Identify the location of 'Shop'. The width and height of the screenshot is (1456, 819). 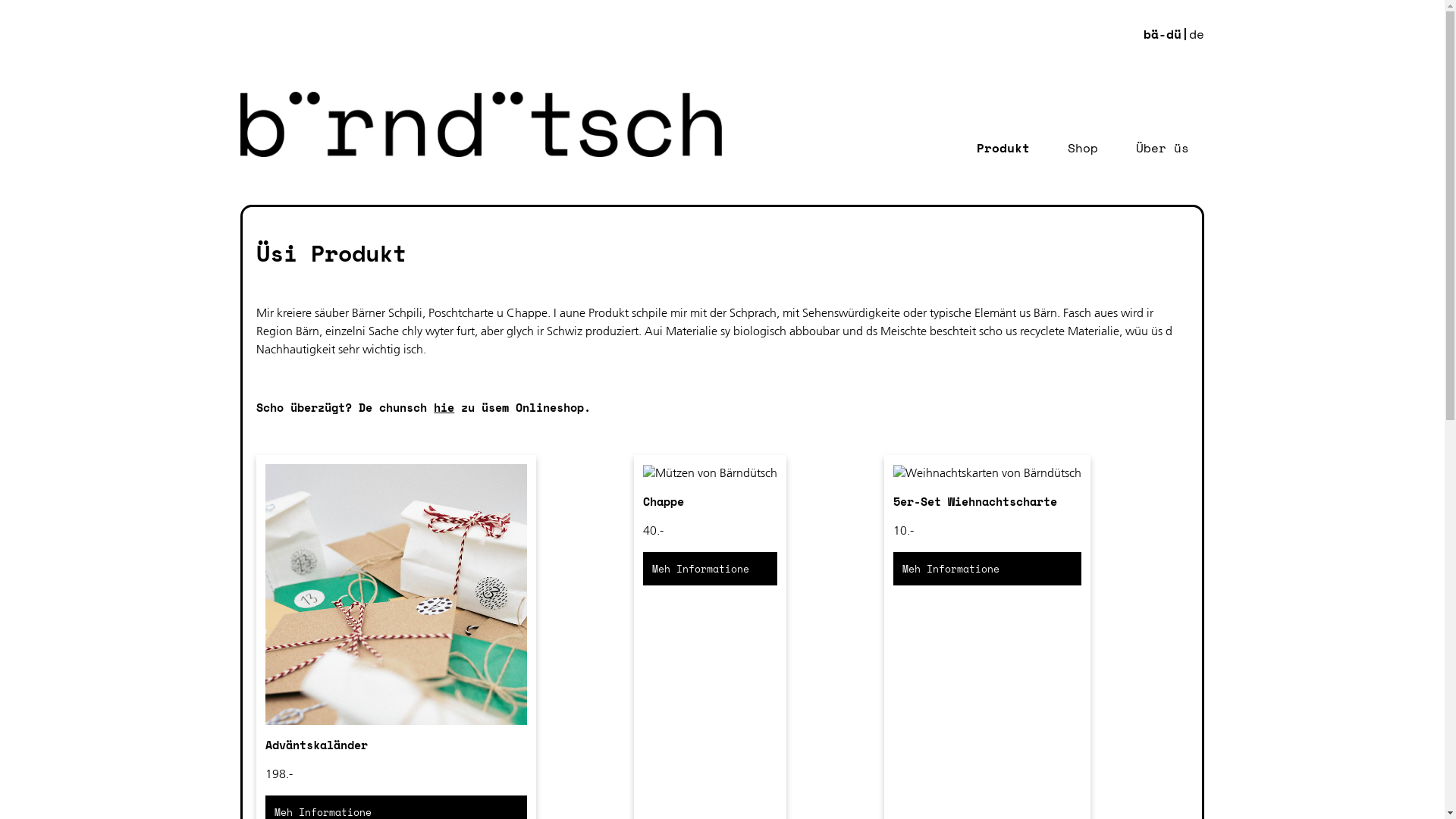
(1081, 148).